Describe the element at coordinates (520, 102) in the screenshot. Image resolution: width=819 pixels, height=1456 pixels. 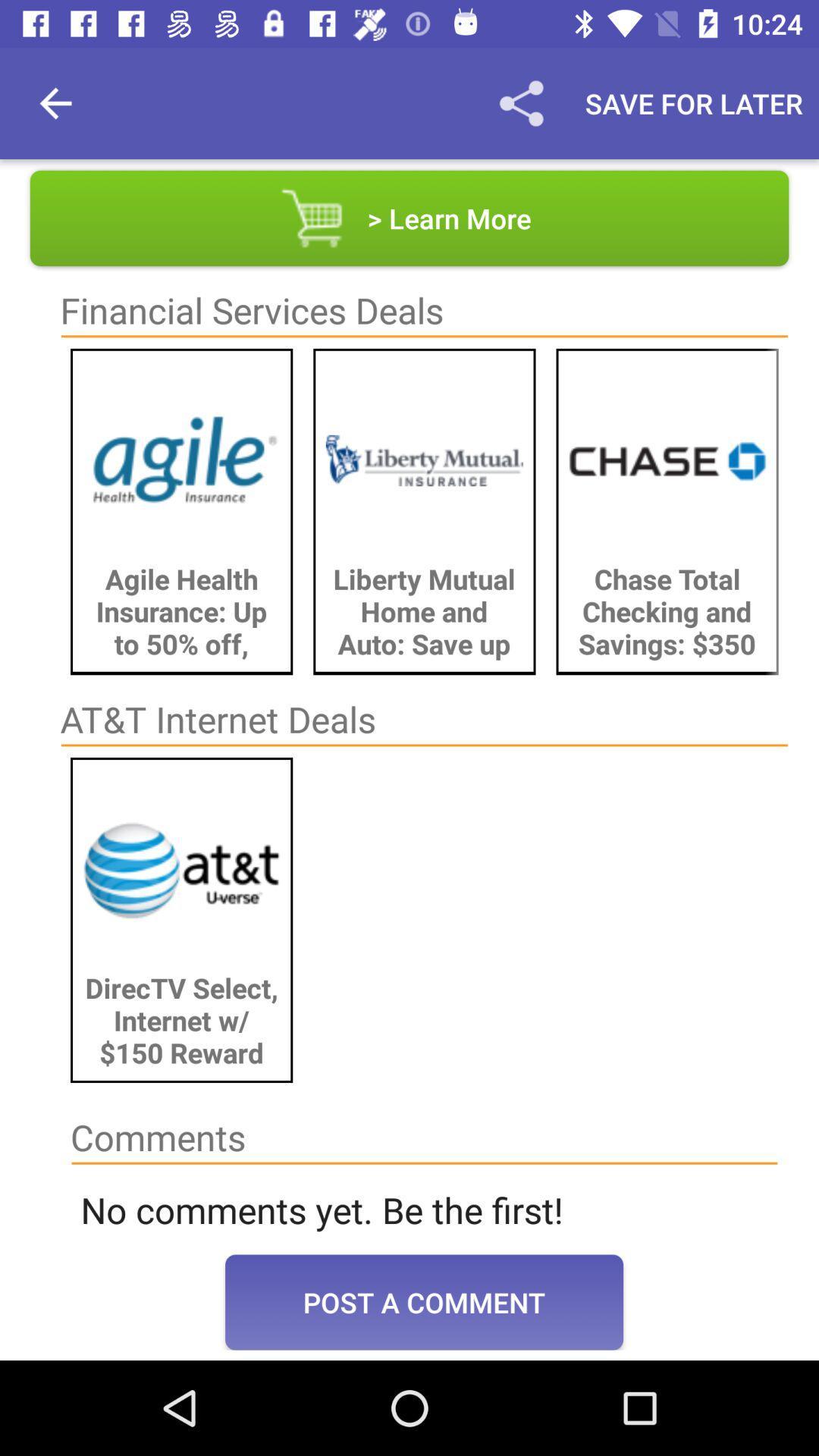
I see `item next to save for later icon` at that location.